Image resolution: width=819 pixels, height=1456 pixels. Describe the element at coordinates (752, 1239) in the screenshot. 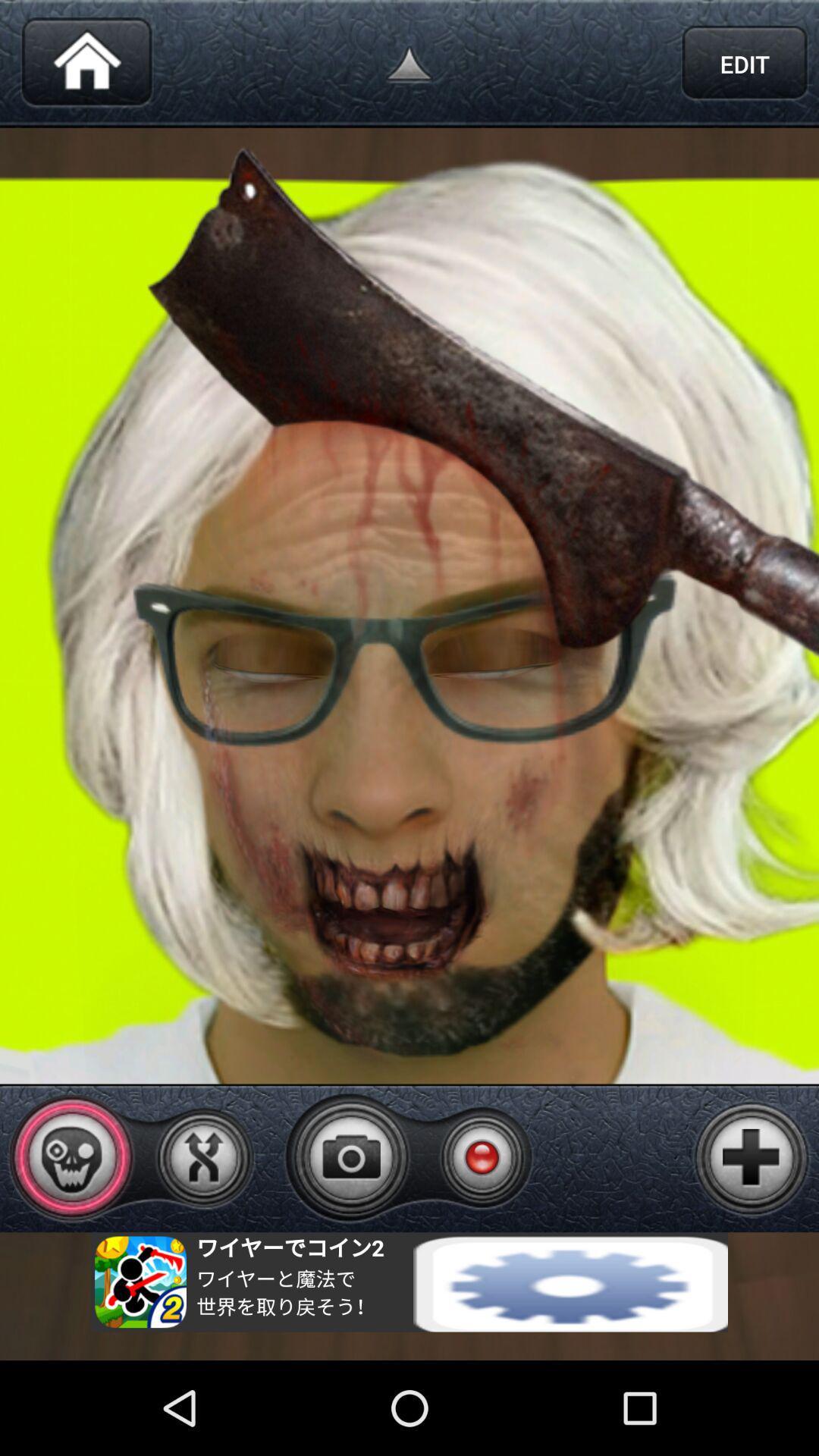

I see `the add icon` at that location.